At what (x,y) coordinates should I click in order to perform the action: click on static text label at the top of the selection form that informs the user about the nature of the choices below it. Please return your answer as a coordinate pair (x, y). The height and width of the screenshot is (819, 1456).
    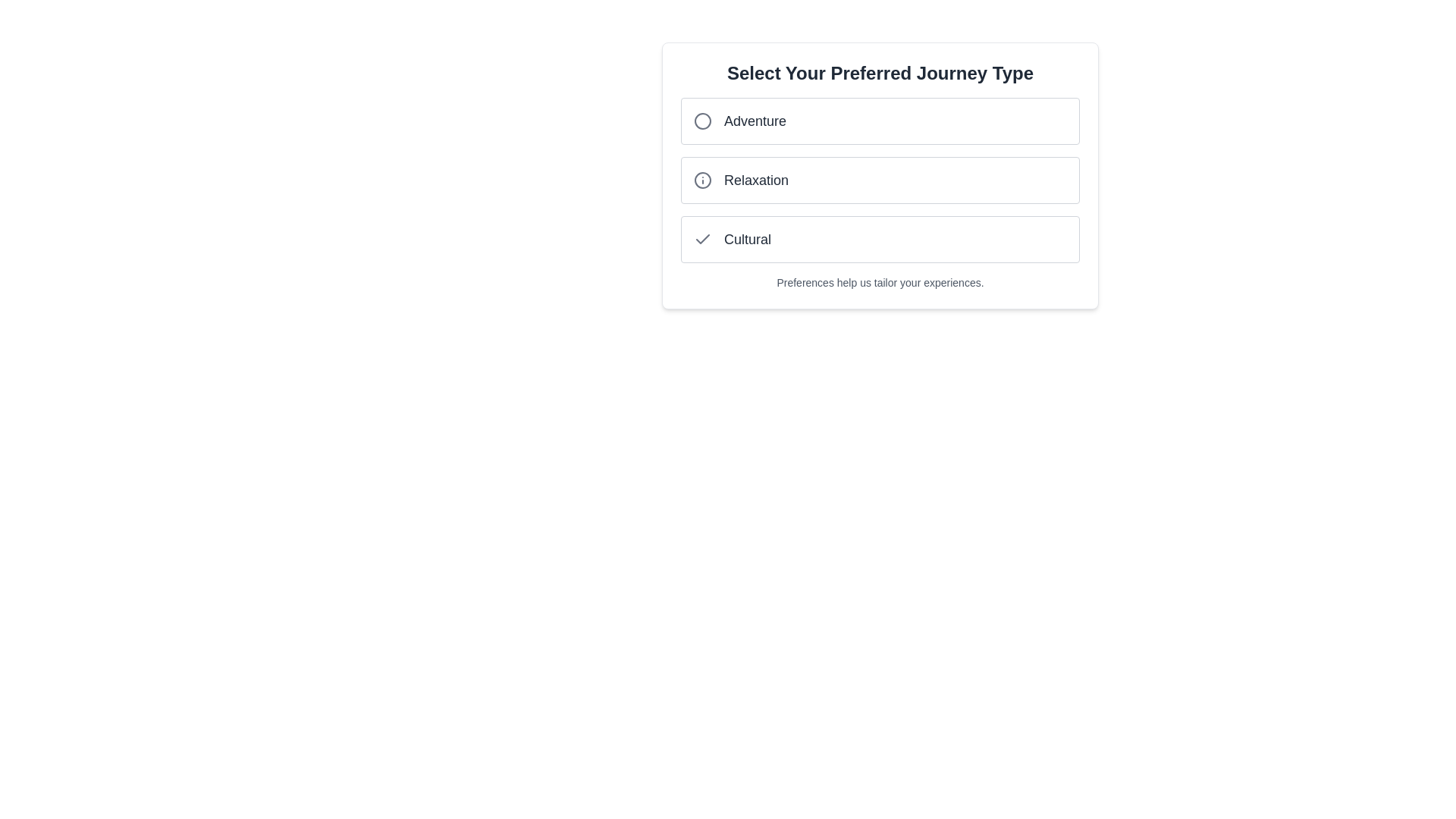
    Looking at the image, I should click on (880, 73).